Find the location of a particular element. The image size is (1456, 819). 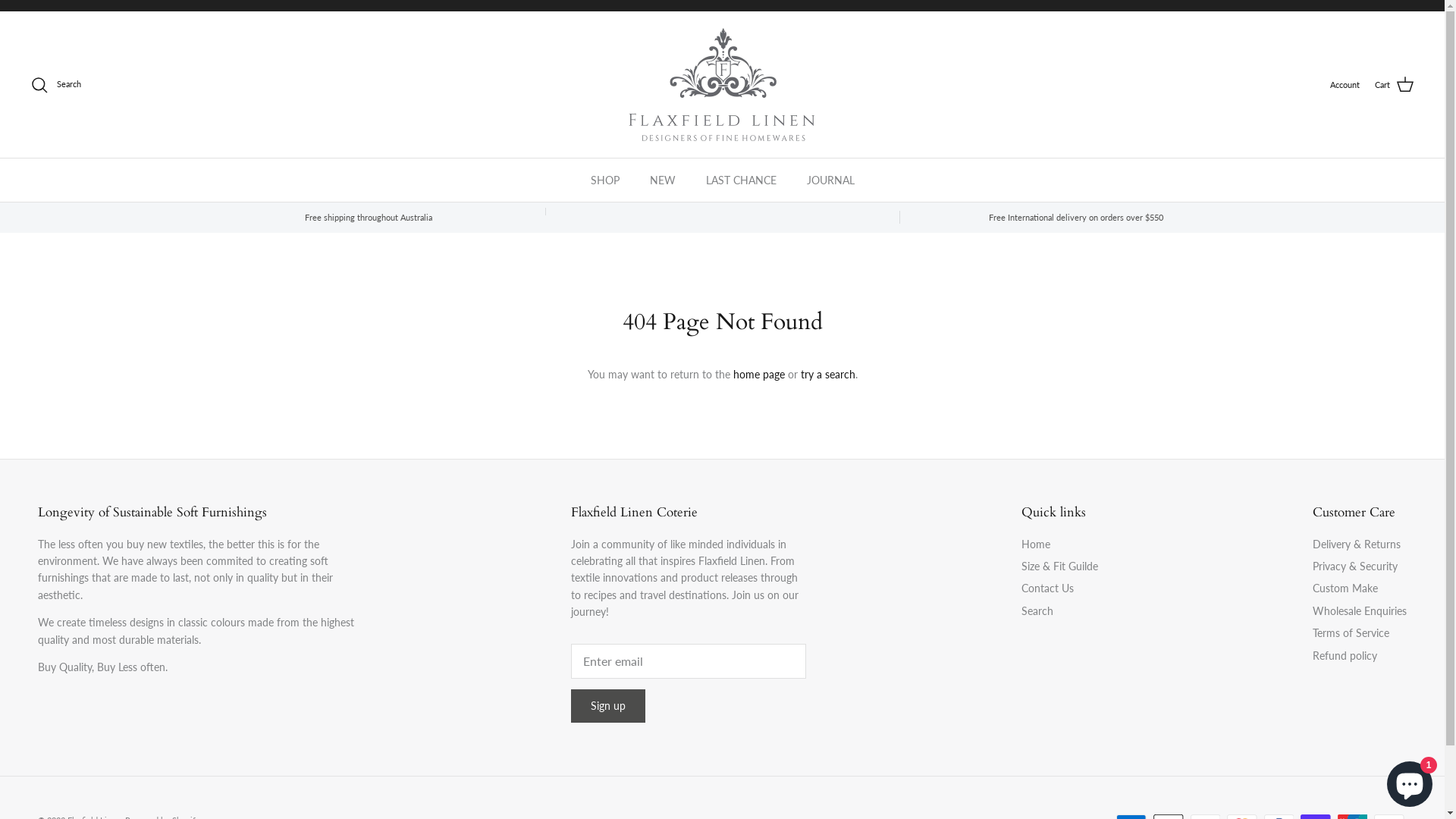

'Home' is located at coordinates (1035, 543).